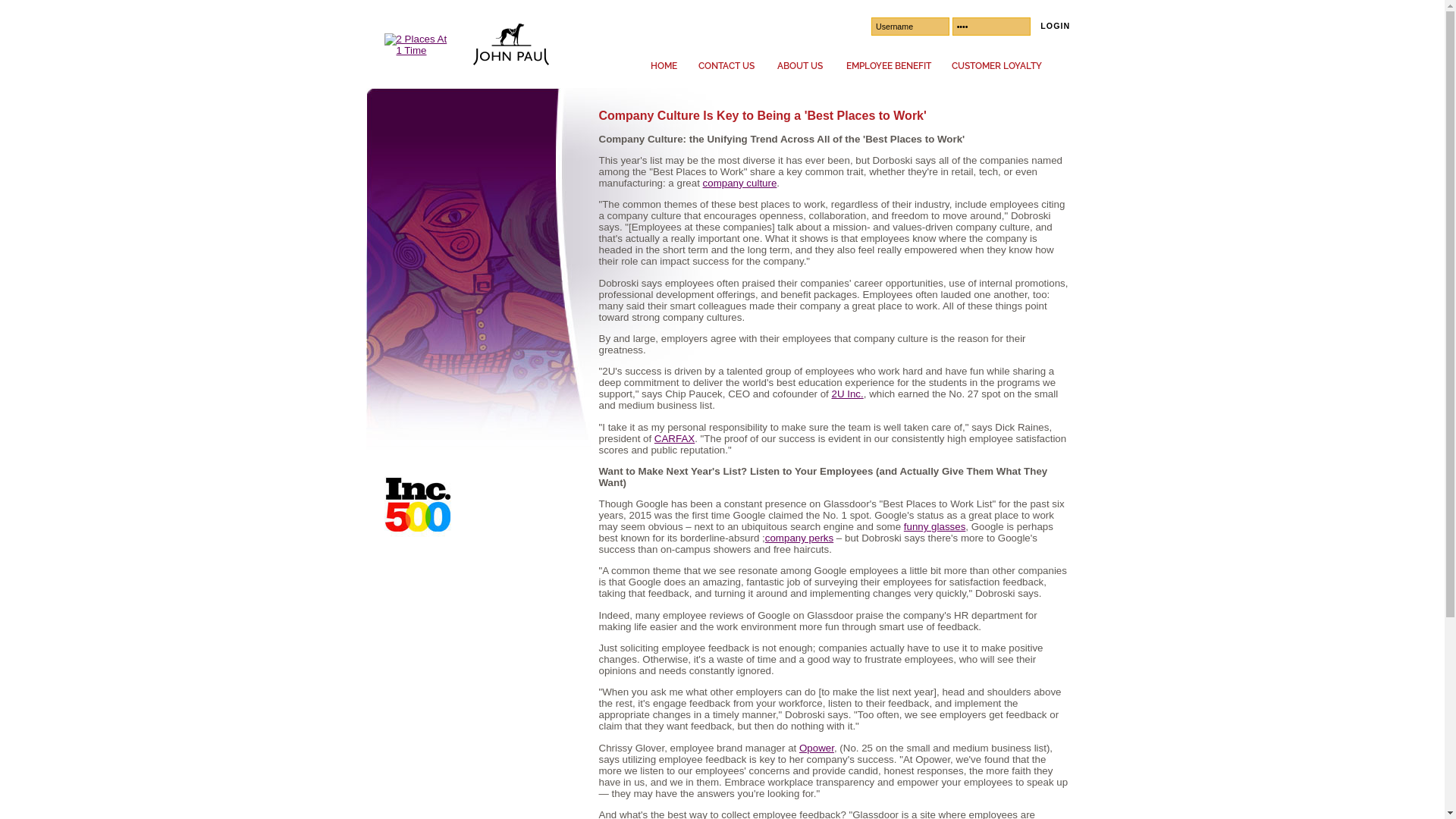 The image size is (1456, 819). I want to click on '2U Inc.', so click(831, 393).